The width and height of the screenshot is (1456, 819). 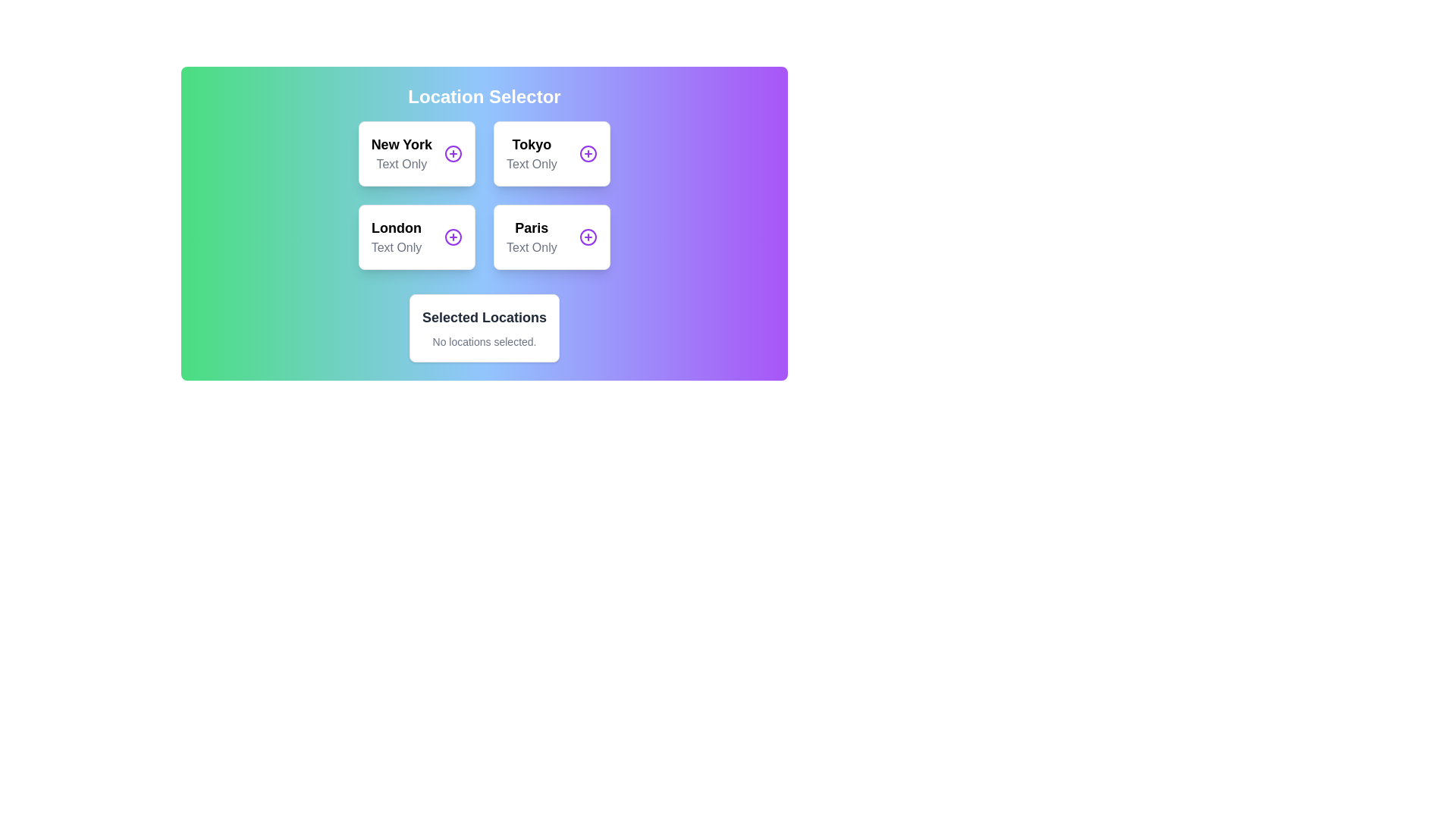 I want to click on the circular icon with a purple outline and a cross symbol inside, located to the right of the text 'London' to trigger a tooltip or highlight effect, so click(x=453, y=237).